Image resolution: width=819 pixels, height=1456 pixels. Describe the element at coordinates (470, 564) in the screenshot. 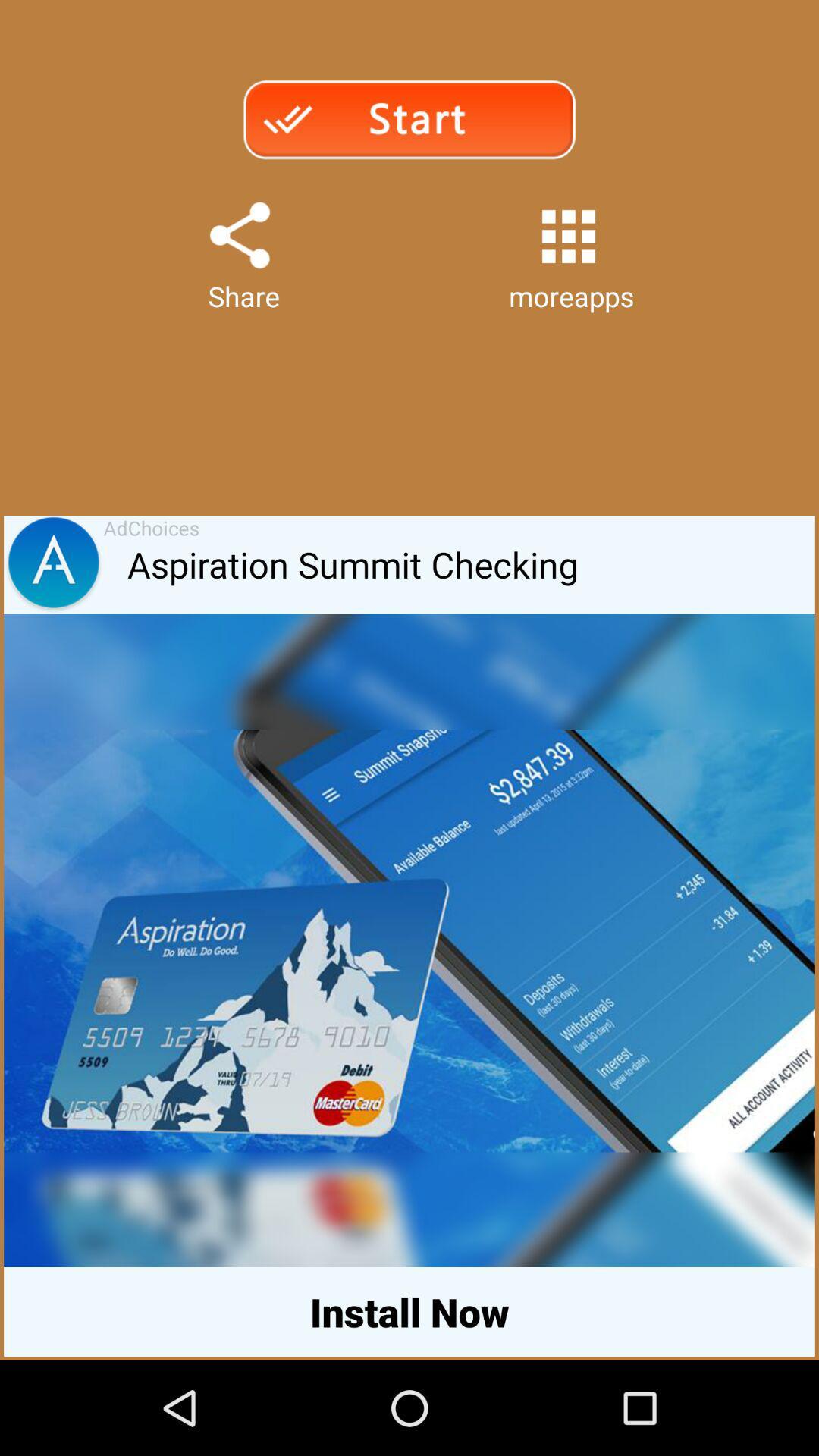

I see `the aspiration summit checking app` at that location.